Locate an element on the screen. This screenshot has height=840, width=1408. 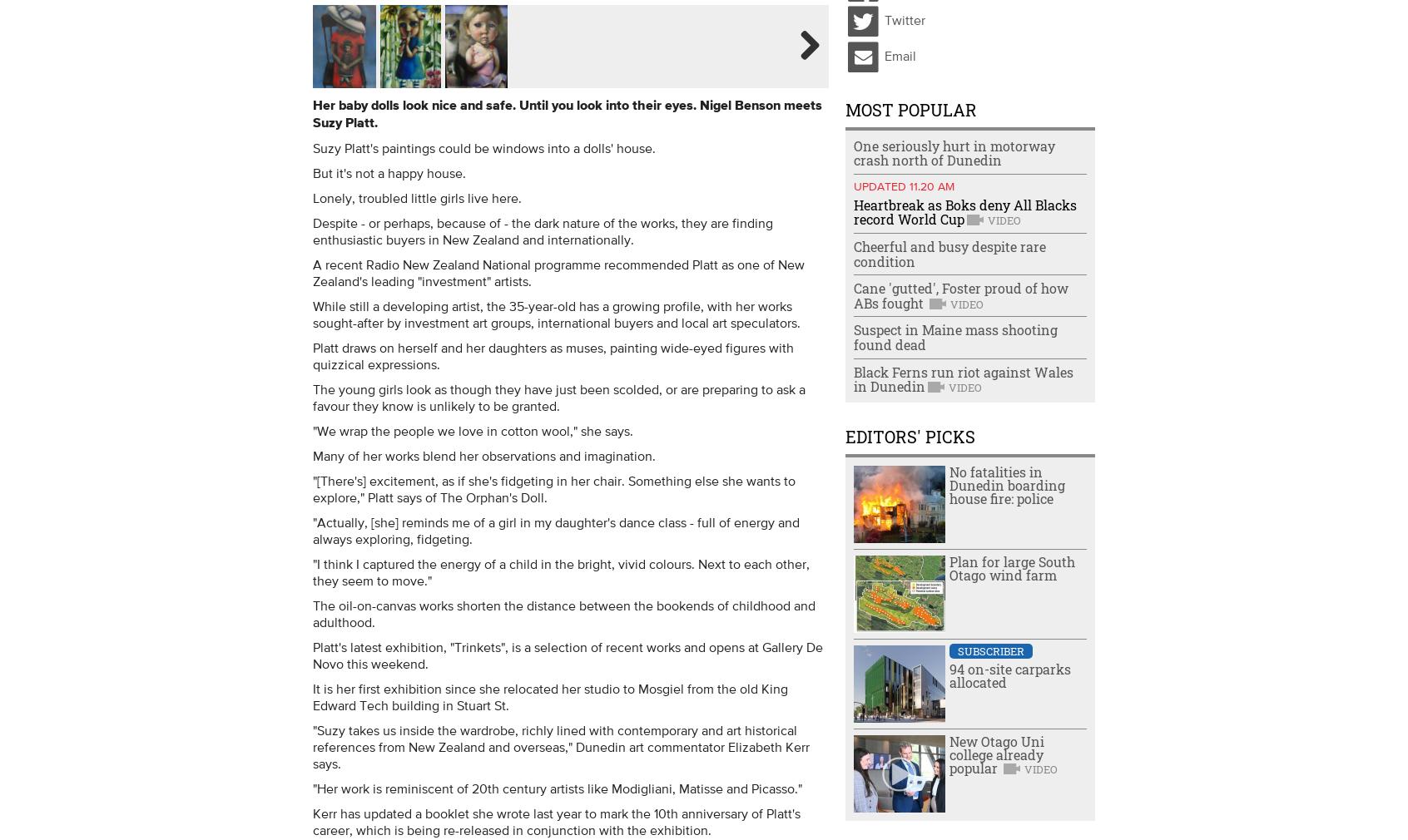
'"I think I captured the energy of a child in the bright, vivid colours. Next to each other, they seem to move."' is located at coordinates (561, 571).